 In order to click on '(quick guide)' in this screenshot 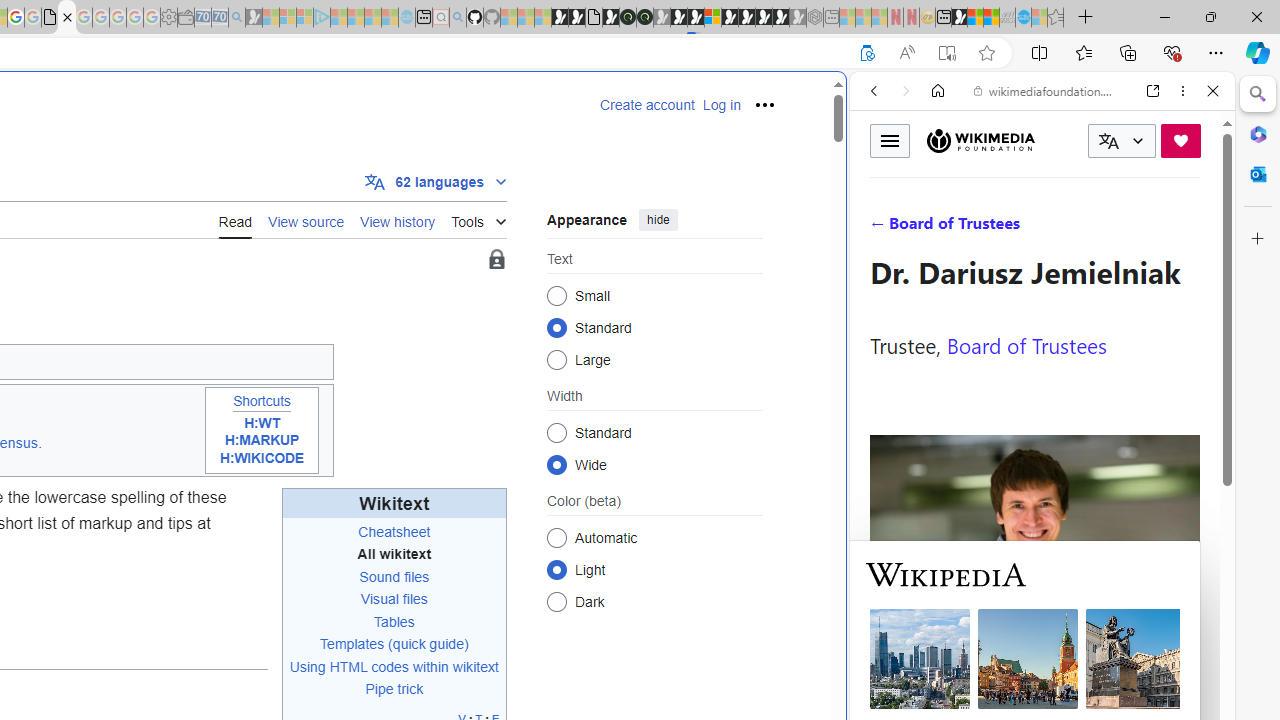, I will do `click(427, 644)`.